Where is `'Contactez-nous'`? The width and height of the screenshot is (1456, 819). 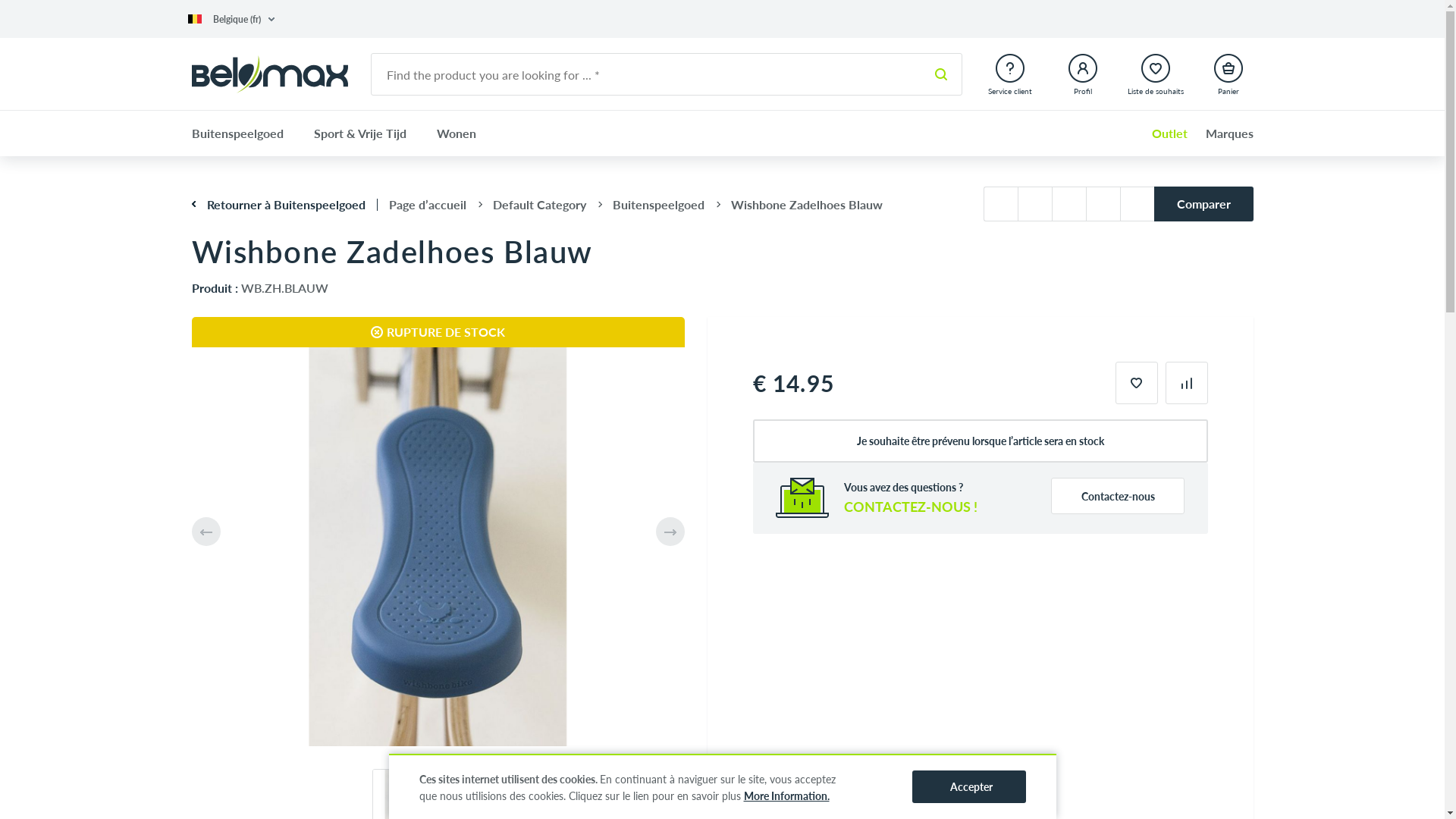 'Contactez-nous' is located at coordinates (1050, 496).